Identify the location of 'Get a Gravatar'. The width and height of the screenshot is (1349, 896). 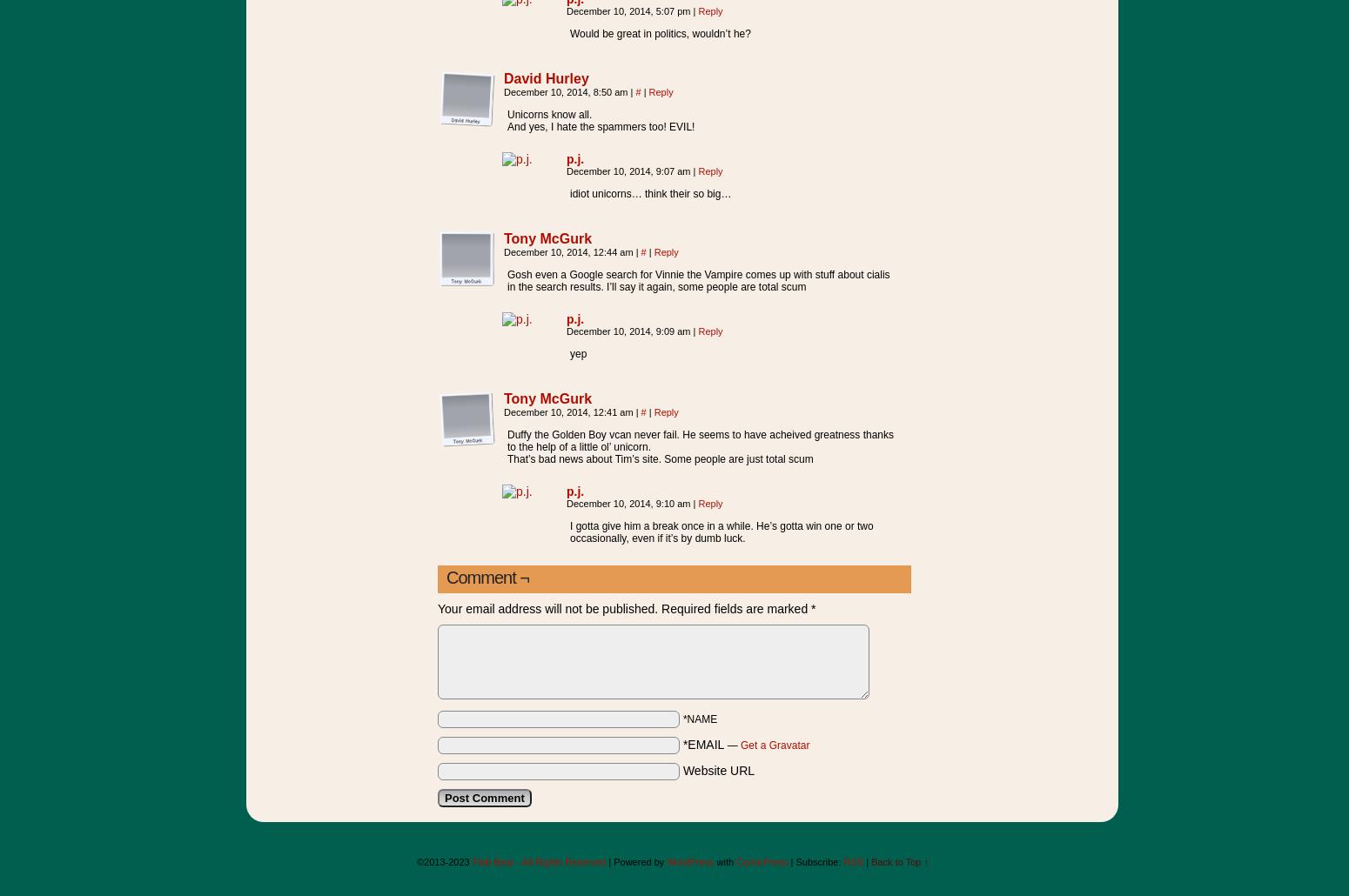
(775, 744).